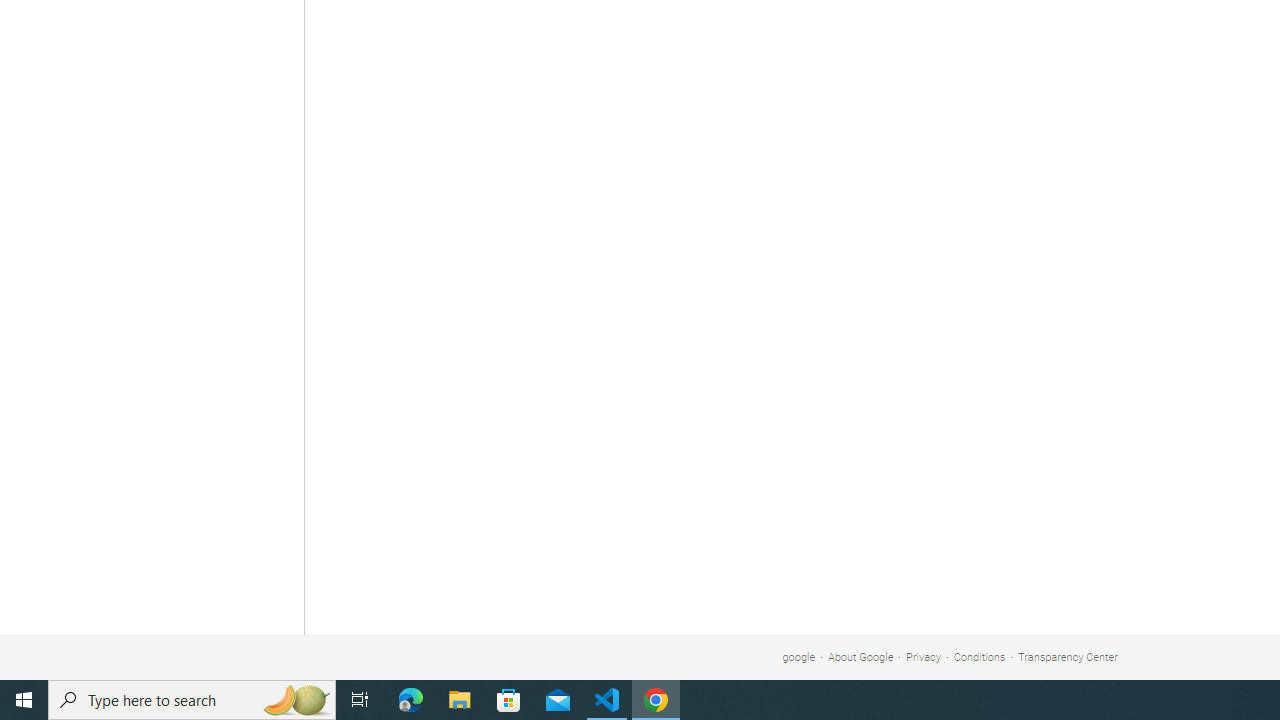  I want to click on 'Search highlights icon opens search home window', so click(294, 698).